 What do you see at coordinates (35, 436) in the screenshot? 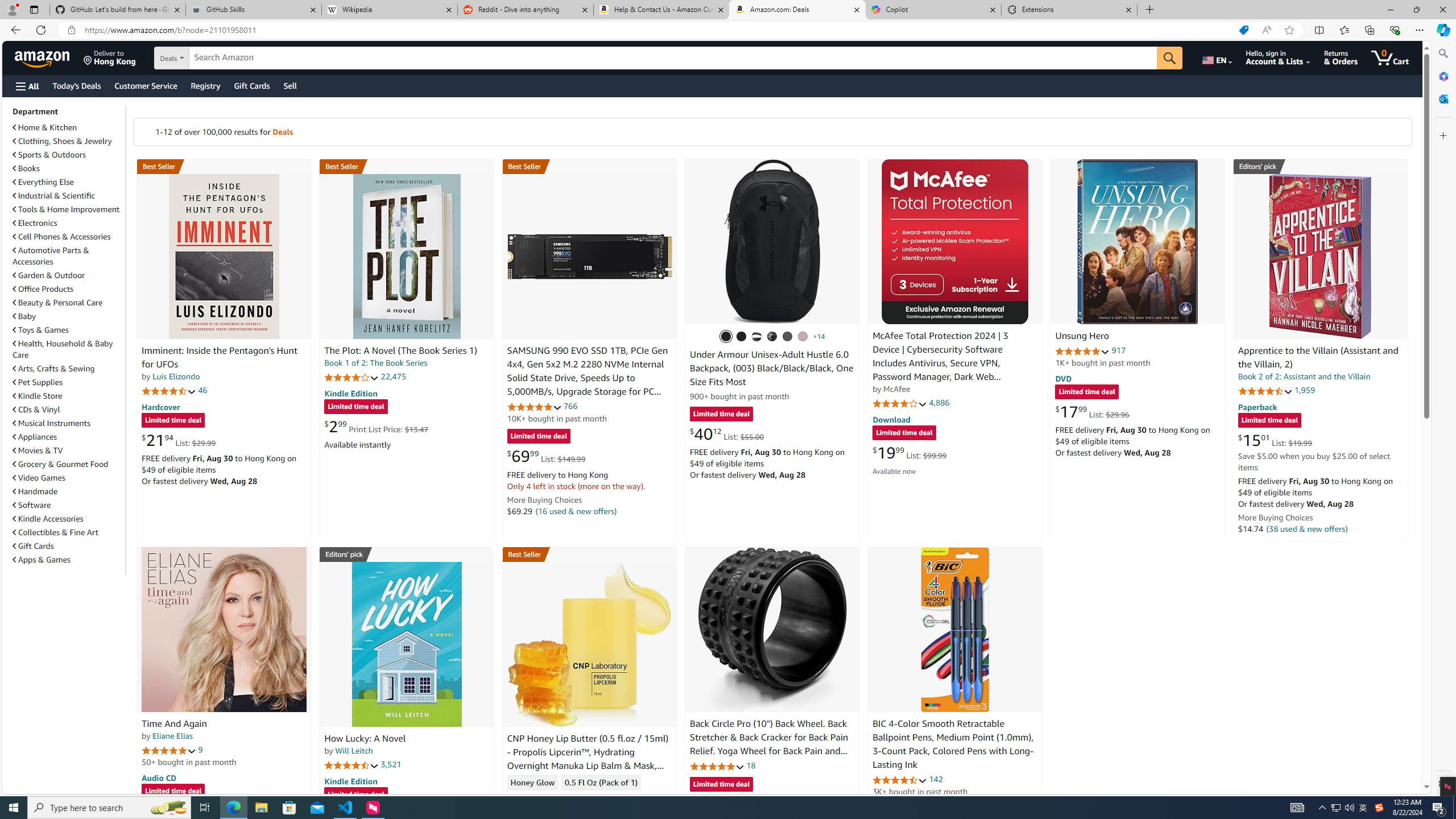
I see `'Appliances'` at bounding box center [35, 436].